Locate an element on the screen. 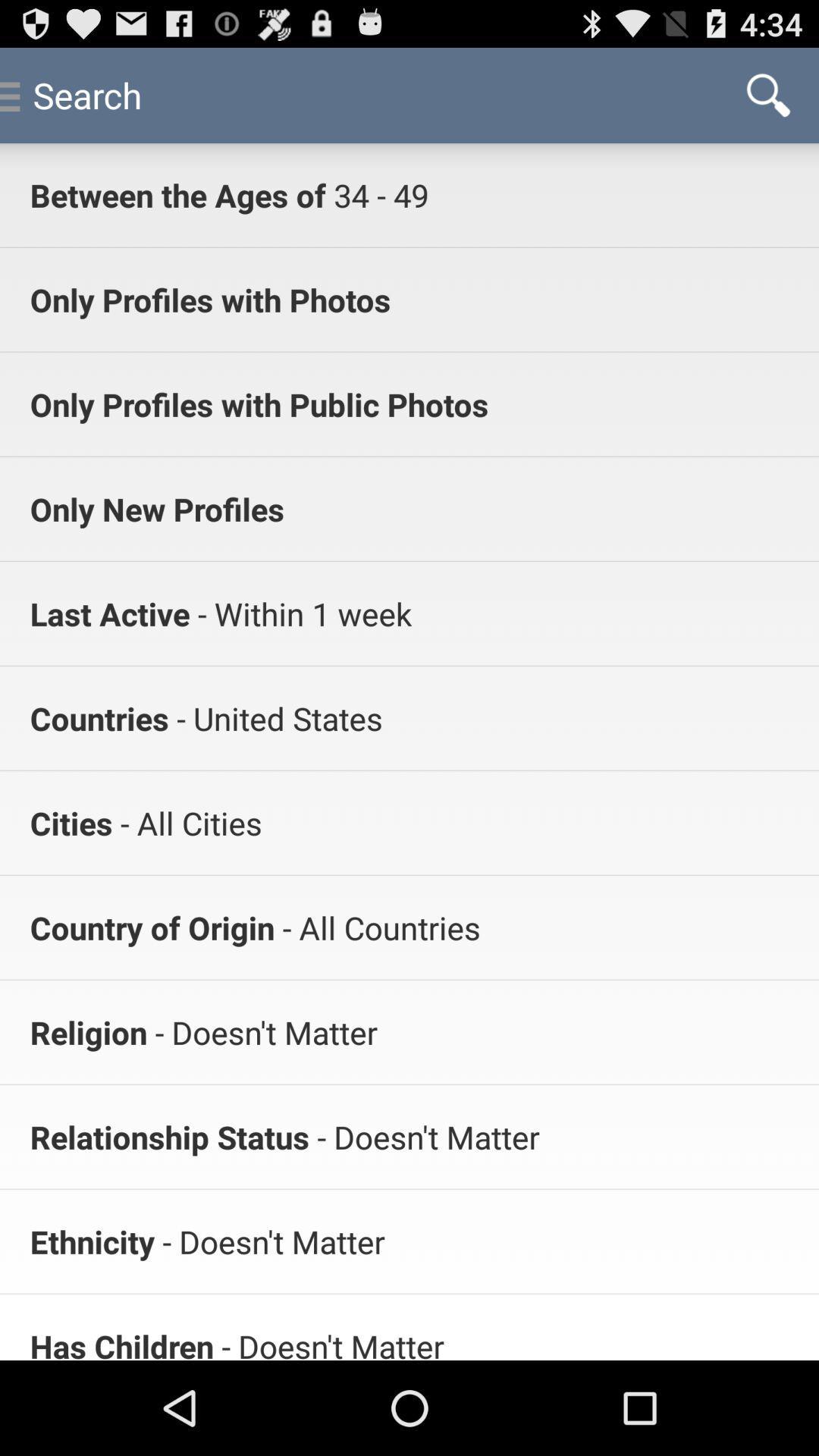 The image size is (819, 1456). item to the right of cities icon is located at coordinates (187, 822).